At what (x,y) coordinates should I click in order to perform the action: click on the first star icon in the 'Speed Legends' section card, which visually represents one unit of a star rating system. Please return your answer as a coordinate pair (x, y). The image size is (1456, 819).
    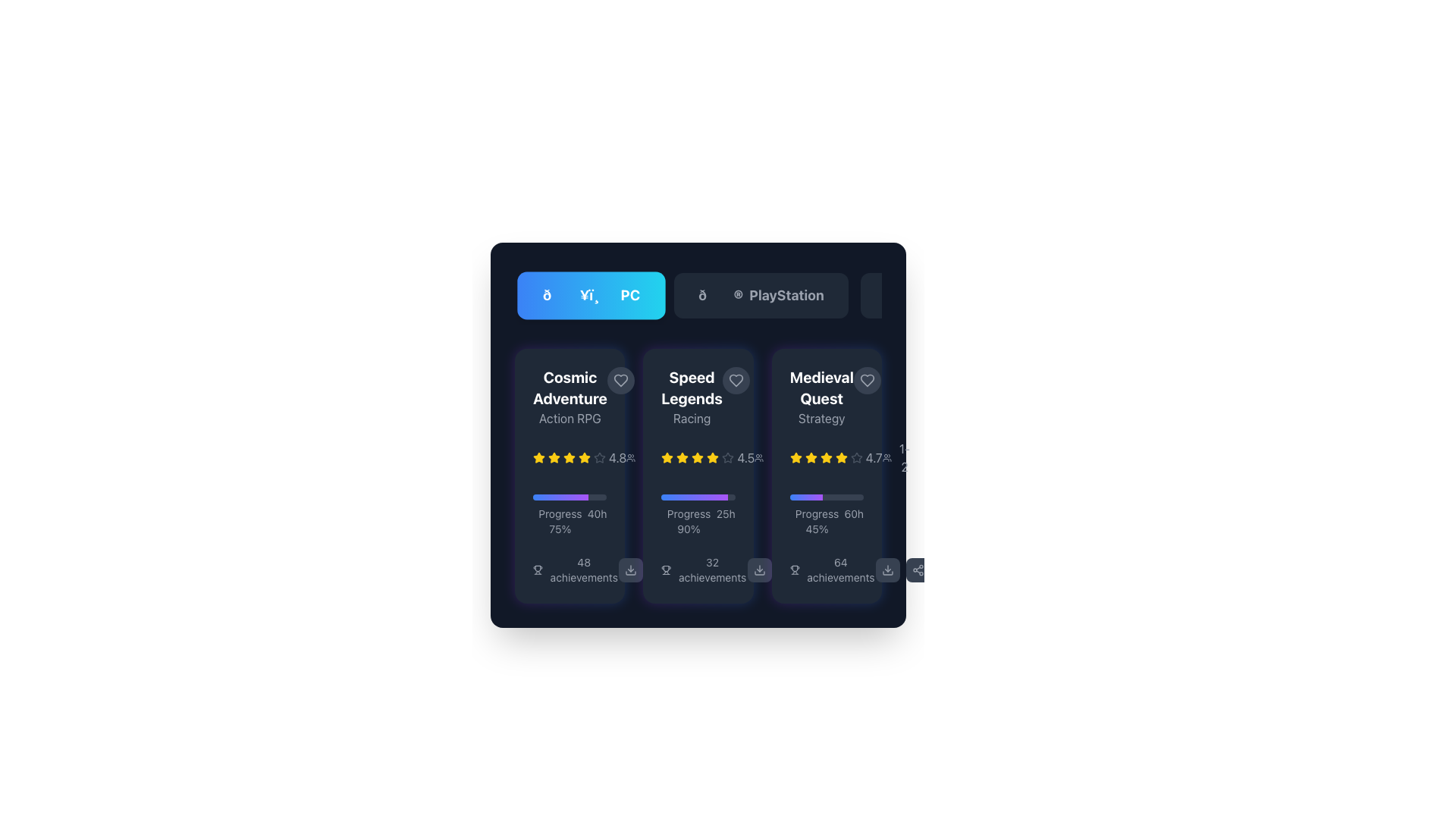
    Looking at the image, I should click on (667, 457).